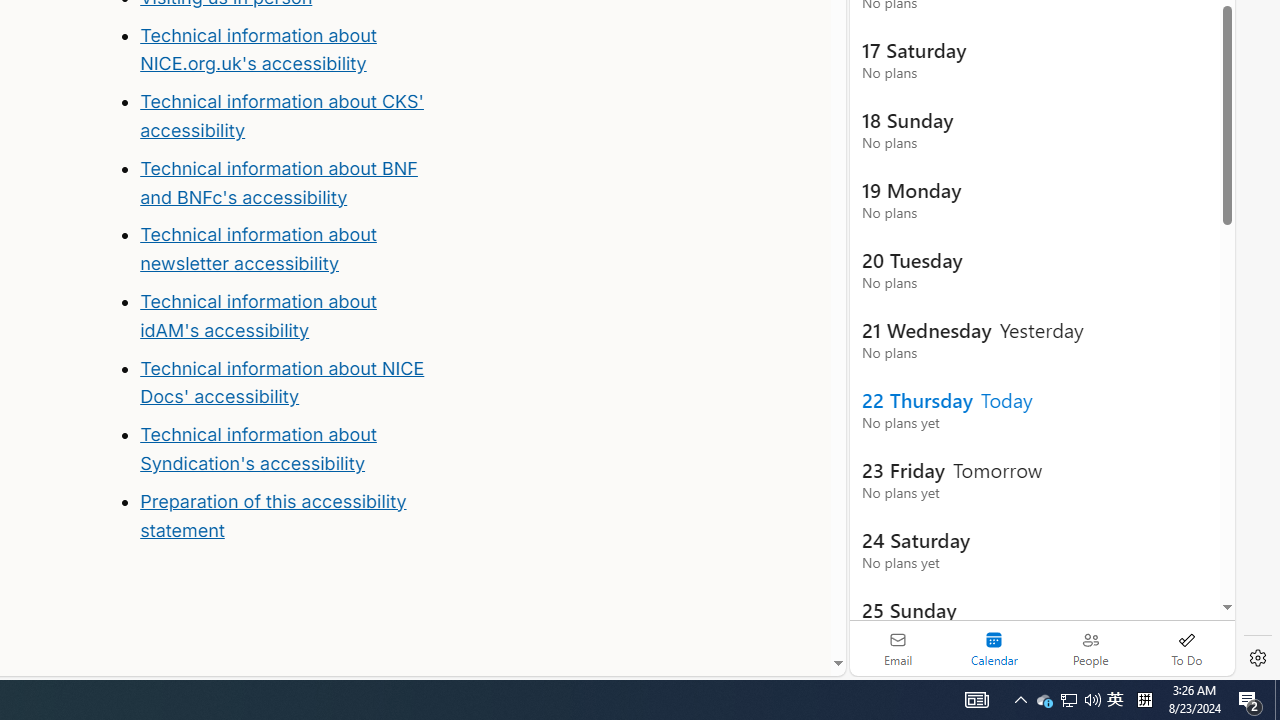 The height and width of the screenshot is (720, 1280). What do you see at coordinates (257, 447) in the screenshot?
I see `'Technical information about Syndication'` at bounding box center [257, 447].